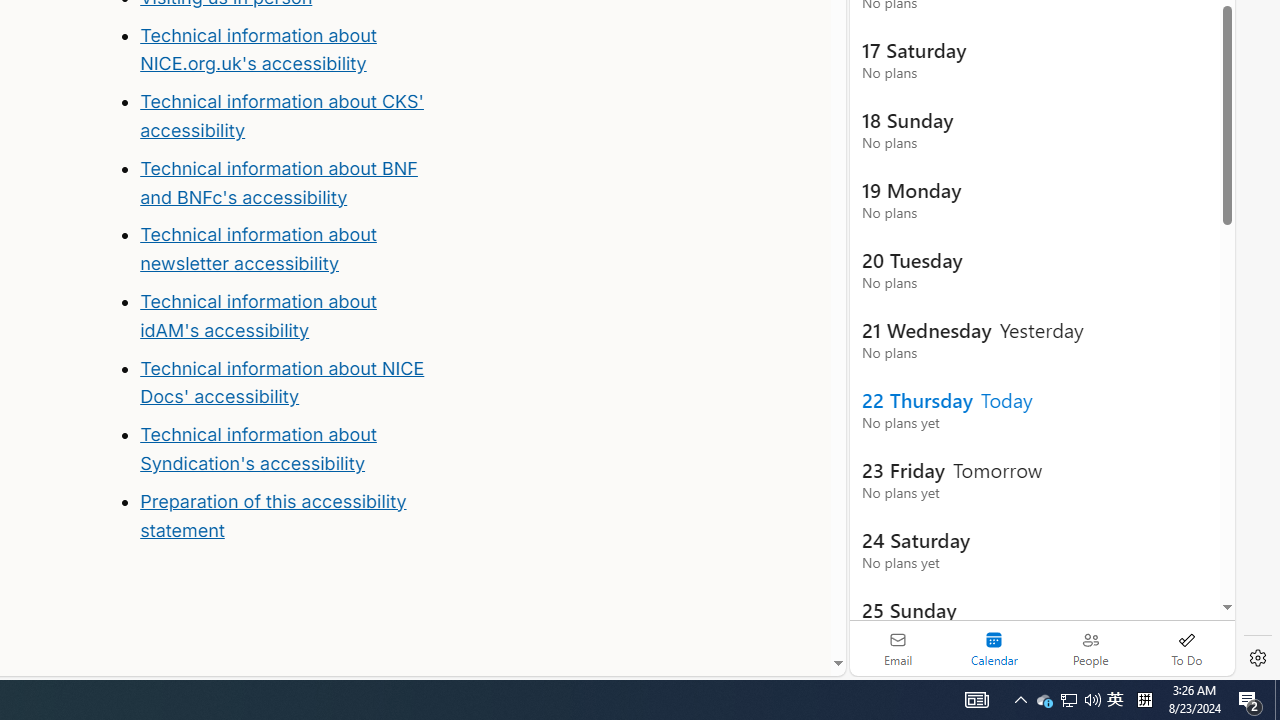 The height and width of the screenshot is (720, 1280). What do you see at coordinates (257, 447) in the screenshot?
I see `'Technical information about Syndication'` at bounding box center [257, 447].